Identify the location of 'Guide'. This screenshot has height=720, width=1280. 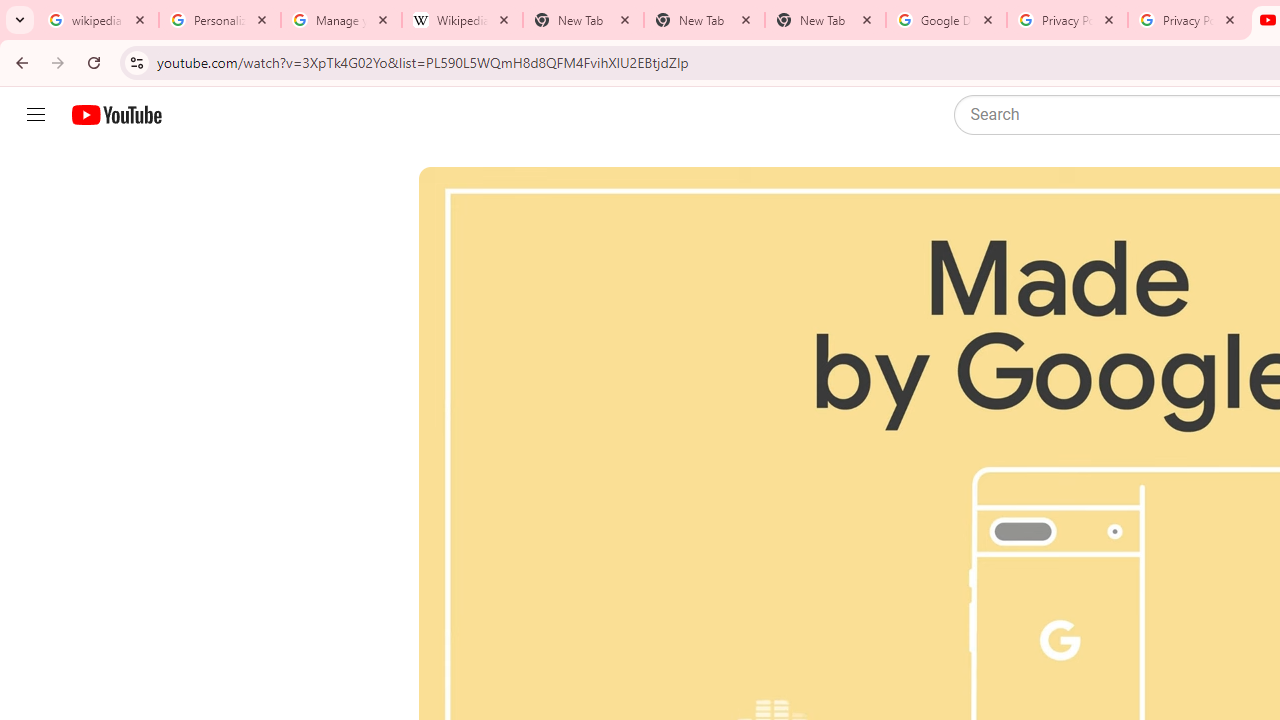
(35, 115).